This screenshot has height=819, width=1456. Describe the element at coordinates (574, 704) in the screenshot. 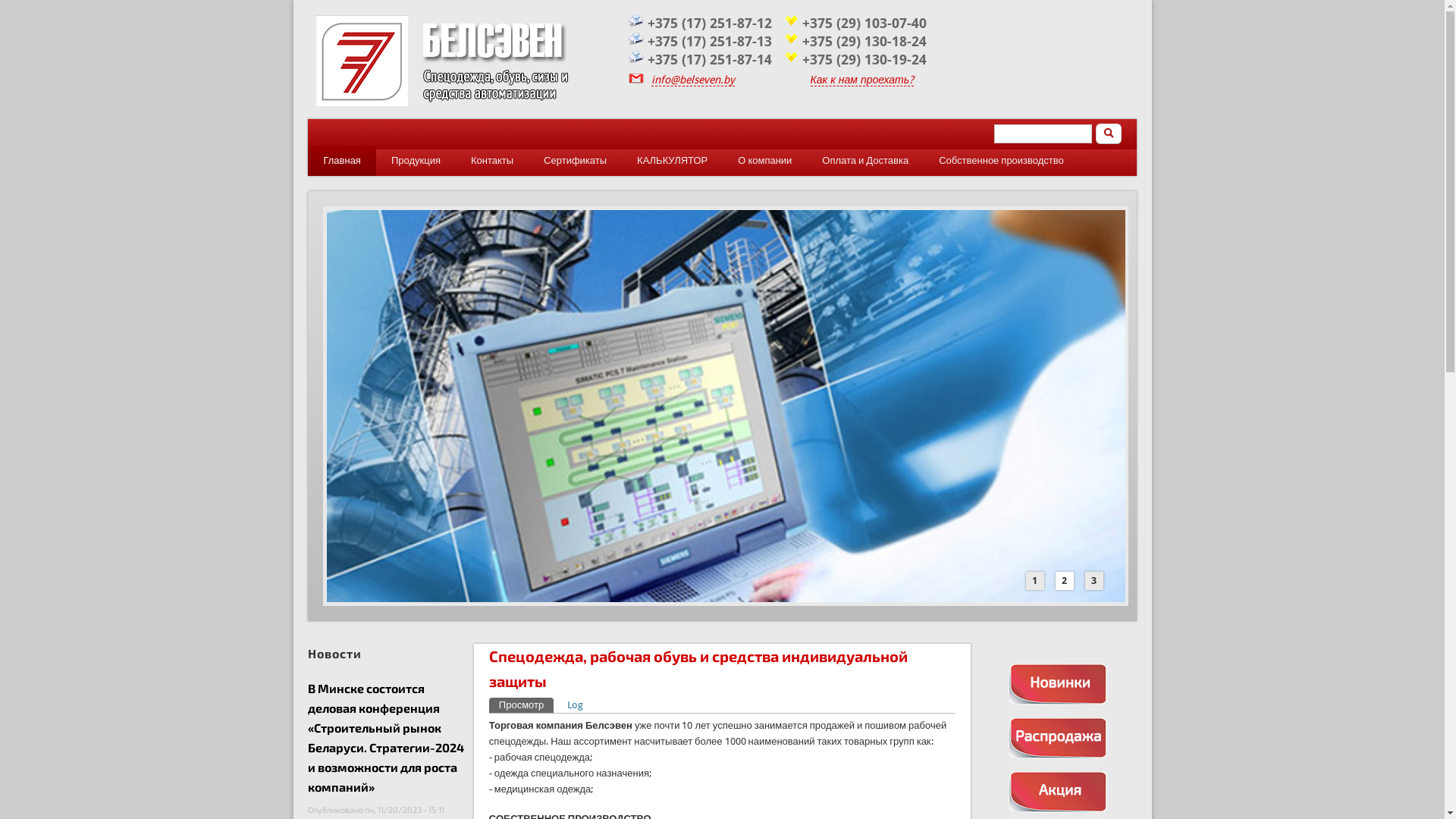

I see `'Log'` at that location.